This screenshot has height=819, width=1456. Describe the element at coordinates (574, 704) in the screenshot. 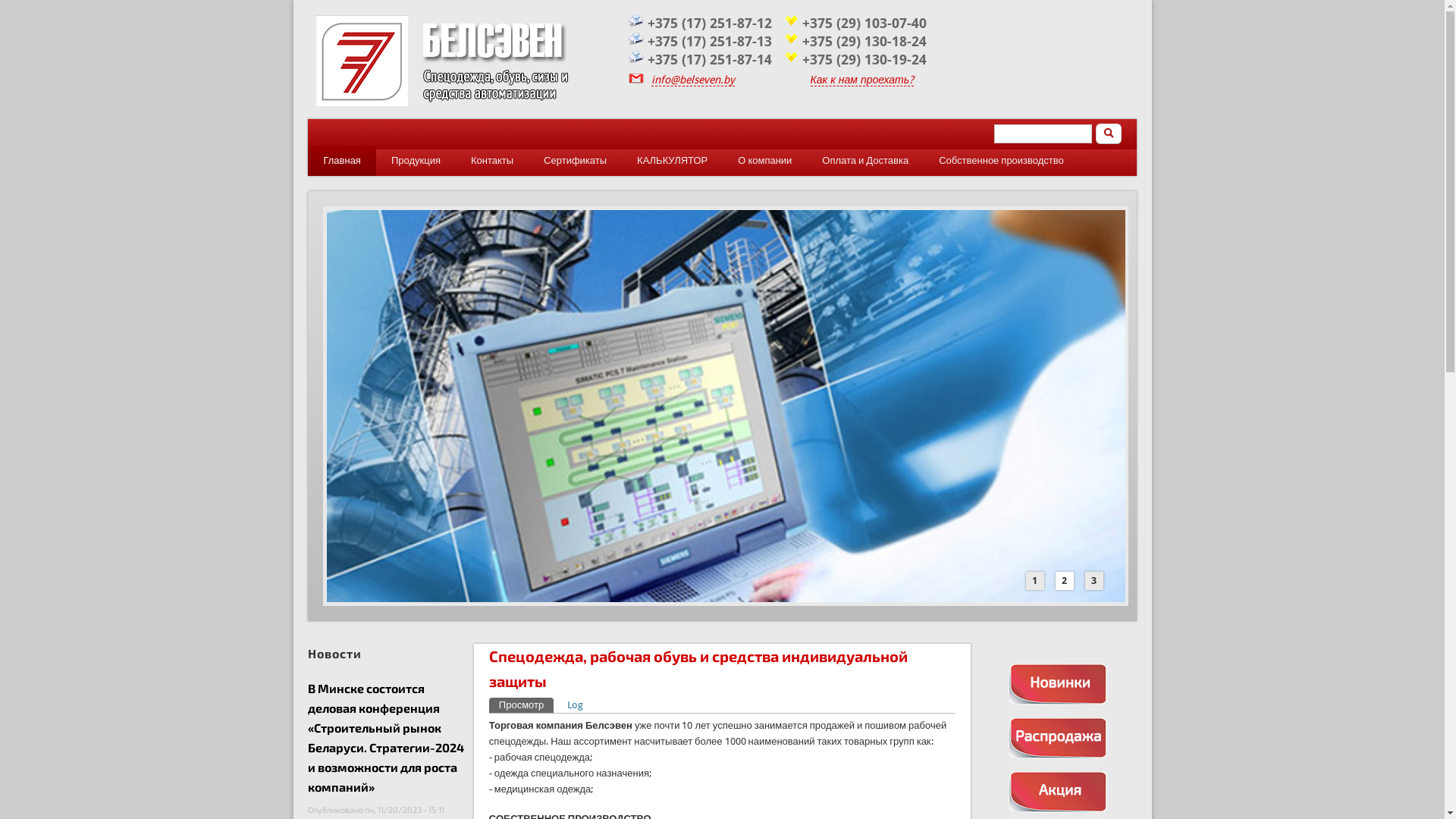

I see `'Log'` at that location.